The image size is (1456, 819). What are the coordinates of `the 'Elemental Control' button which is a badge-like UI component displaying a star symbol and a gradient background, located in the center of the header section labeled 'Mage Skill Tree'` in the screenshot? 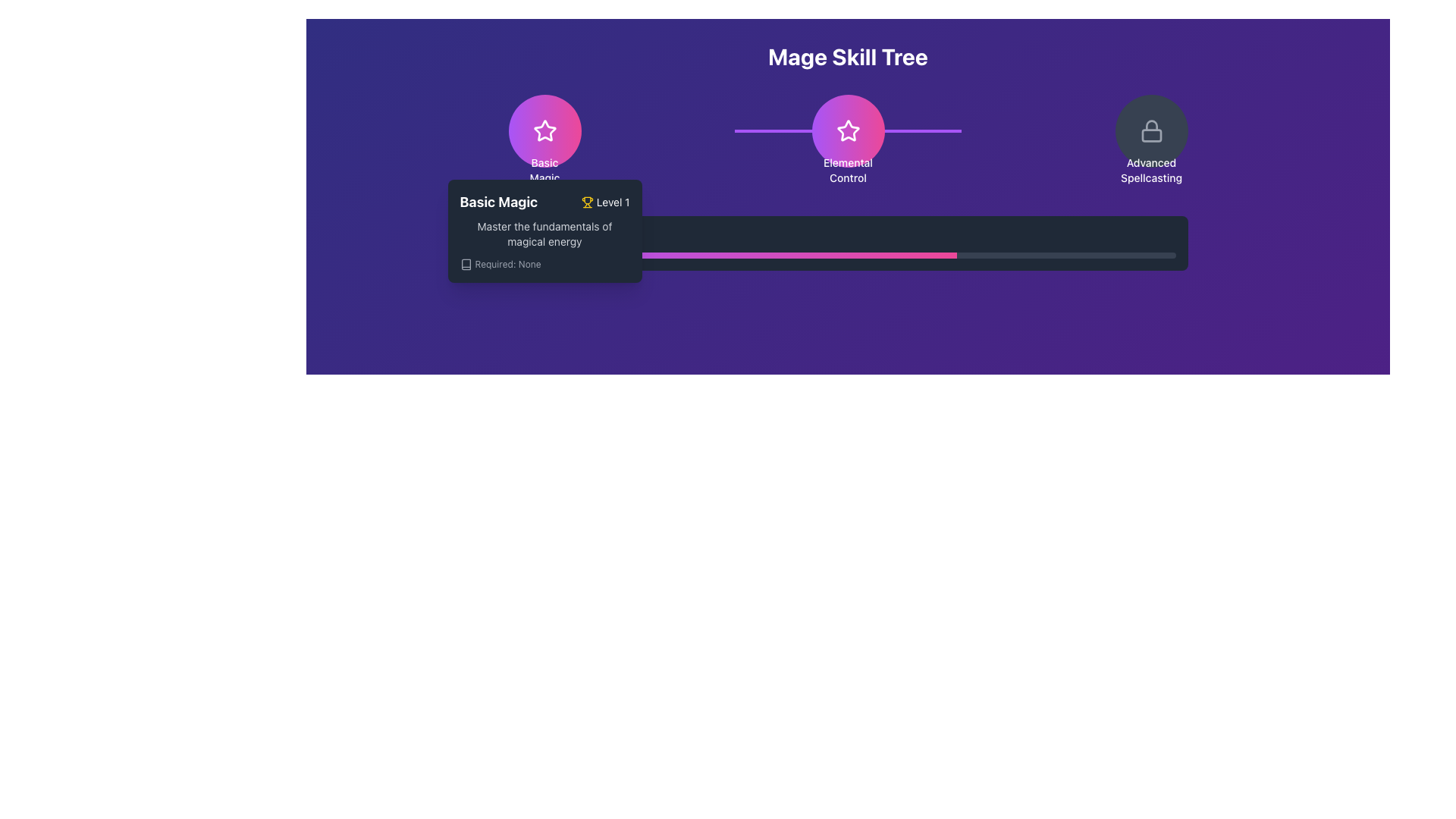 It's located at (847, 157).